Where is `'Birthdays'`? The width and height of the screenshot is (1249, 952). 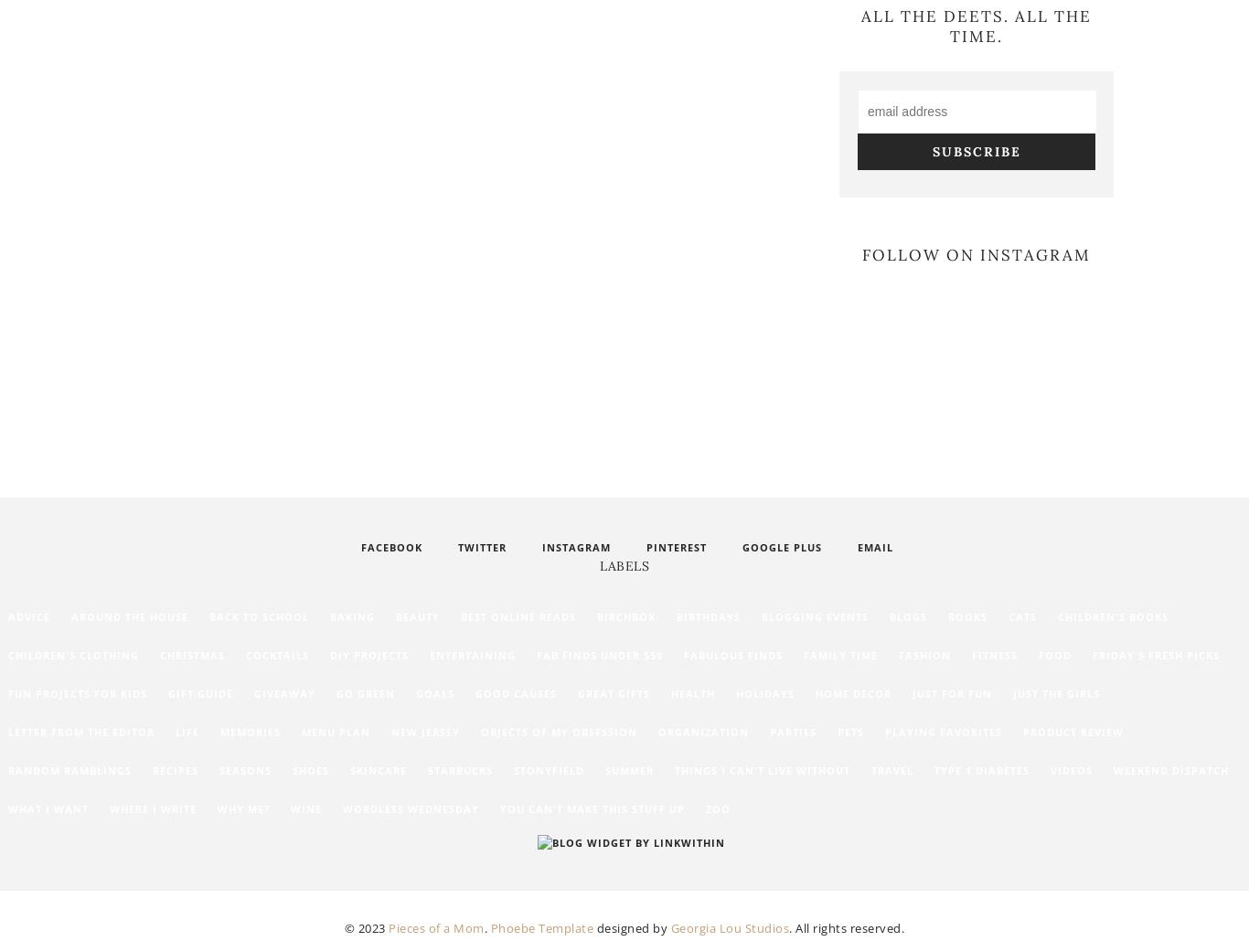 'Birthdays' is located at coordinates (708, 615).